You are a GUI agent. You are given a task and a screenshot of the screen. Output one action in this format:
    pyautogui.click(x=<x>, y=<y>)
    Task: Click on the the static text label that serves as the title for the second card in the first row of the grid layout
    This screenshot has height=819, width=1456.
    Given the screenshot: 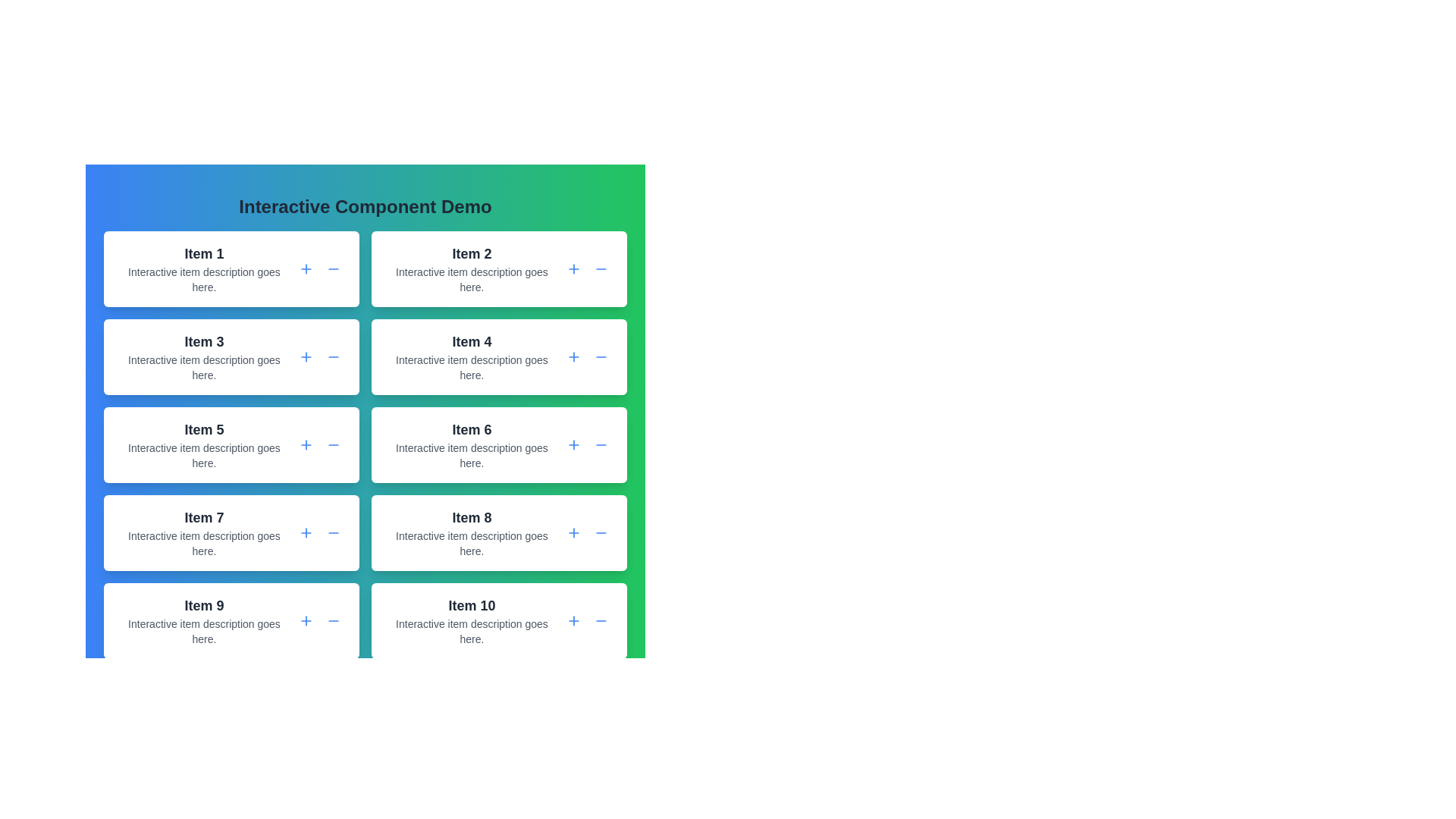 What is the action you would take?
    pyautogui.click(x=471, y=253)
    